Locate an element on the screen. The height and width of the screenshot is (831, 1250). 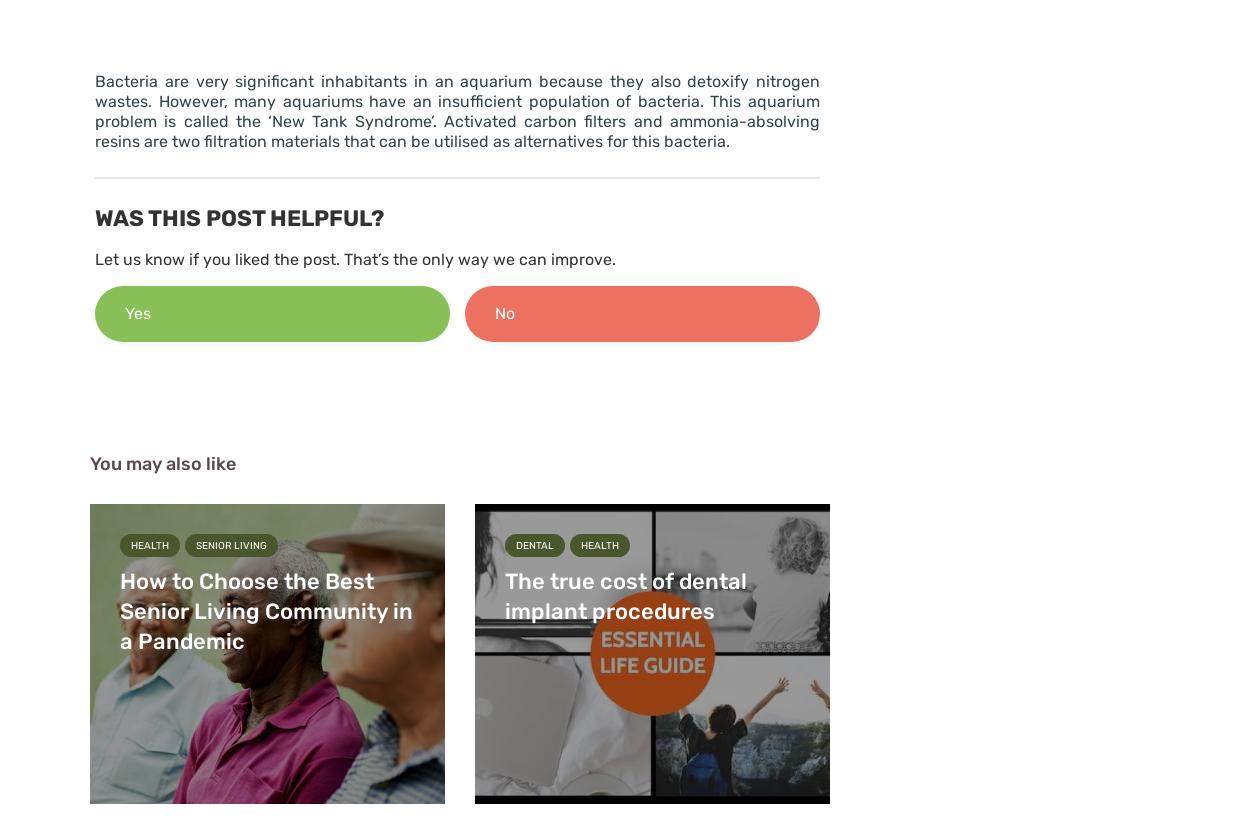
'Senior Living' is located at coordinates (230, 544).